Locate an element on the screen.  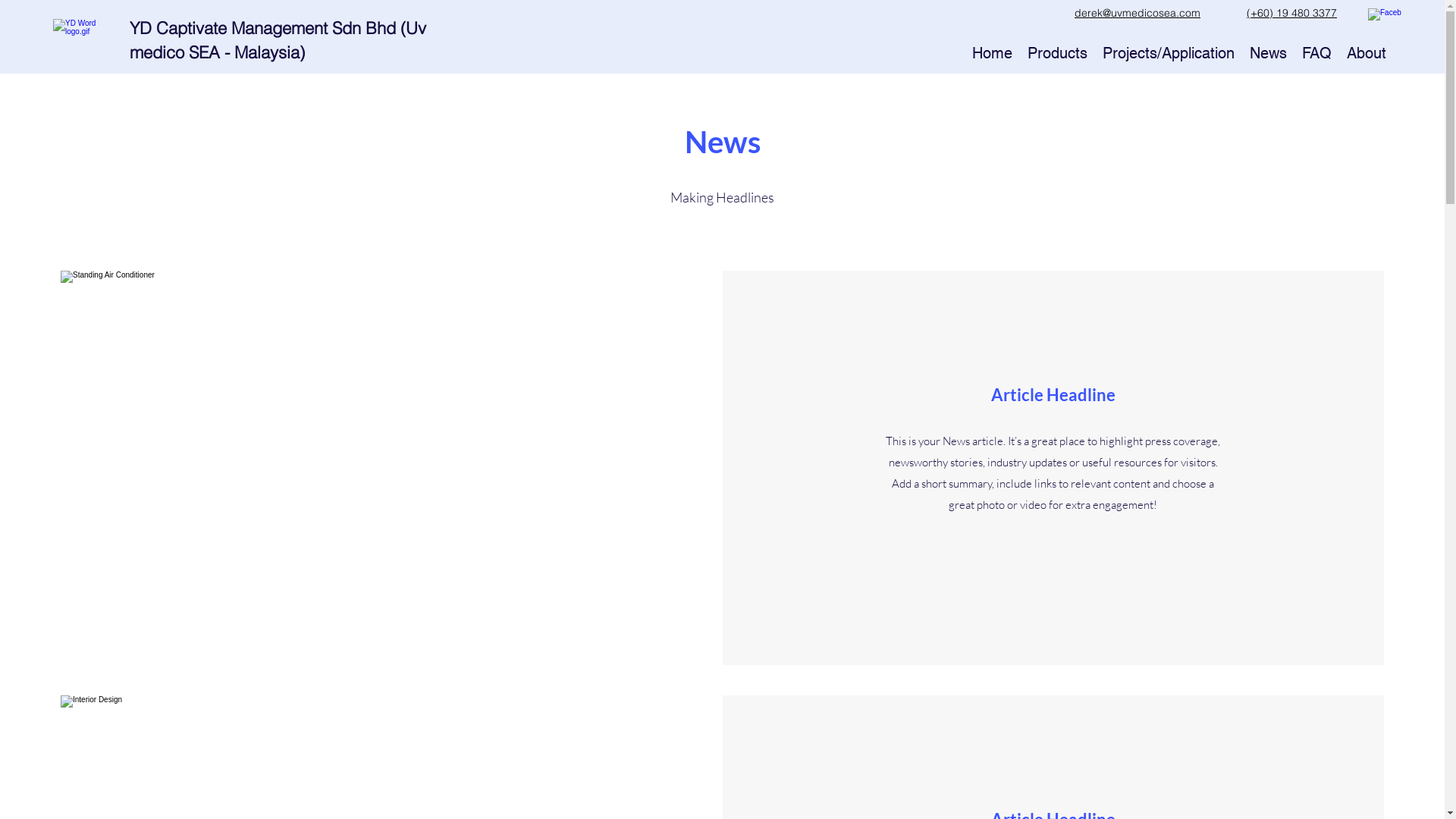
'Projects/Application' is located at coordinates (1167, 52).